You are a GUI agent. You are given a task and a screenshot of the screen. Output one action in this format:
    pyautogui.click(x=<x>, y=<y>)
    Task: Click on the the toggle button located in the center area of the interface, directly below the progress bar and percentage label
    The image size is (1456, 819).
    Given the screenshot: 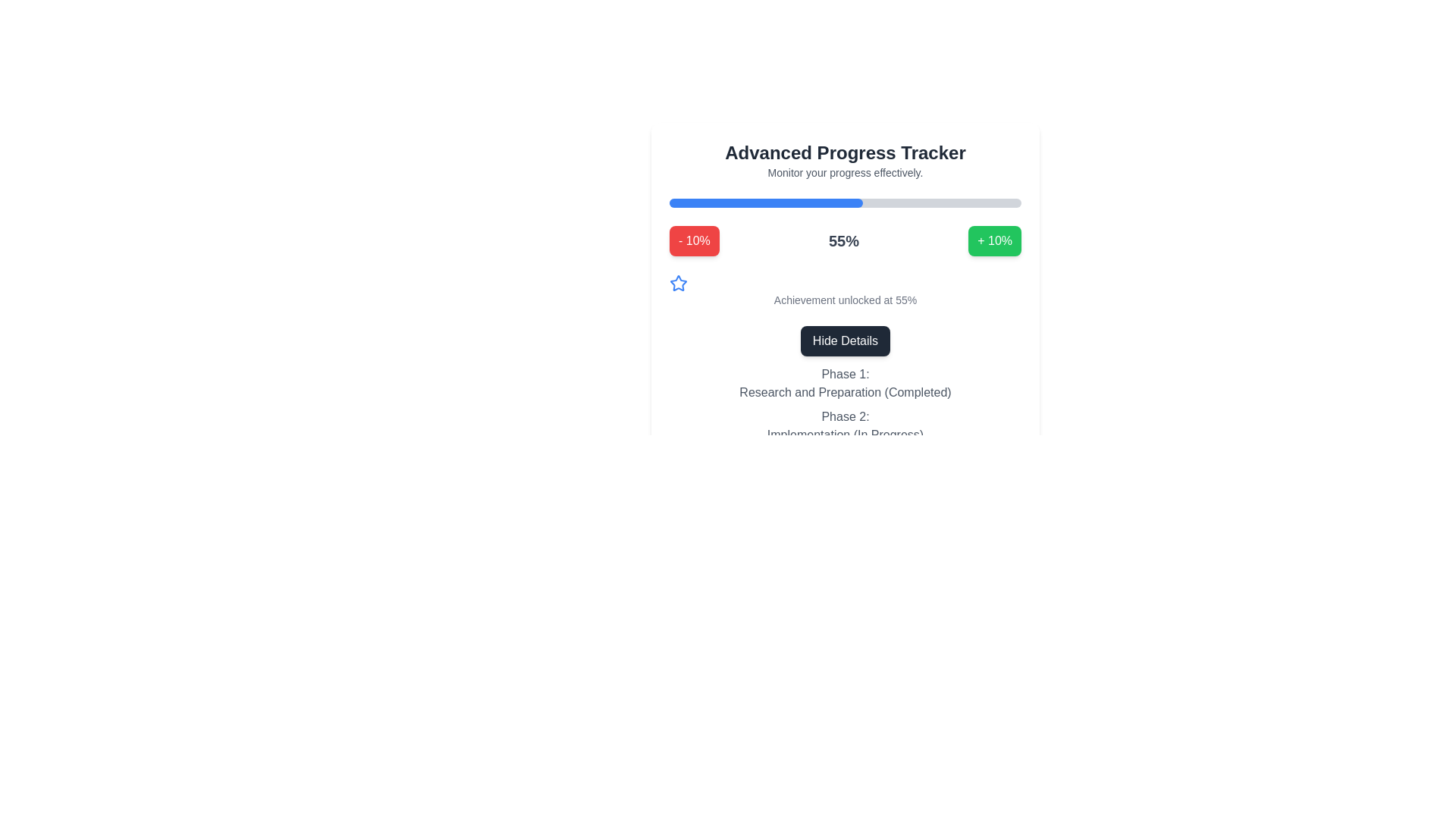 What is the action you would take?
    pyautogui.click(x=844, y=341)
    